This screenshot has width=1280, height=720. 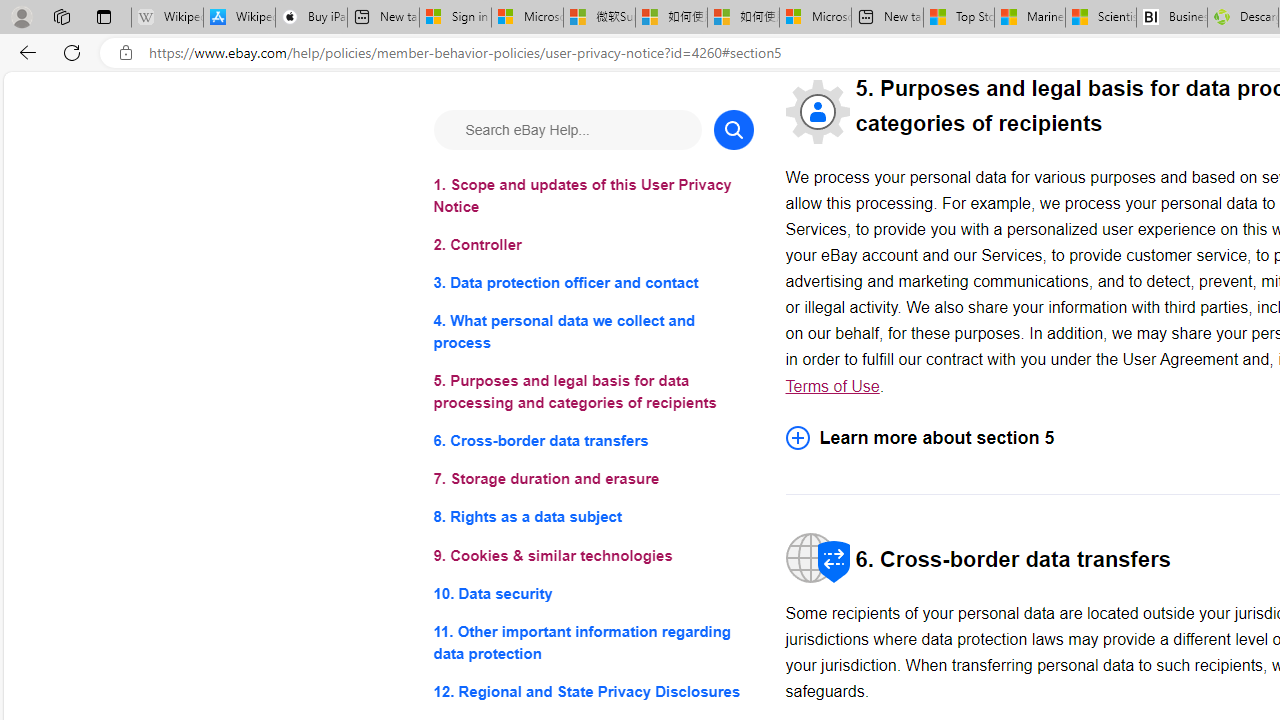 What do you see at coordinates (592, 479) in the screenshot?
I see `'7. Storage duration and erasure'` at bounding box center [592, 479].